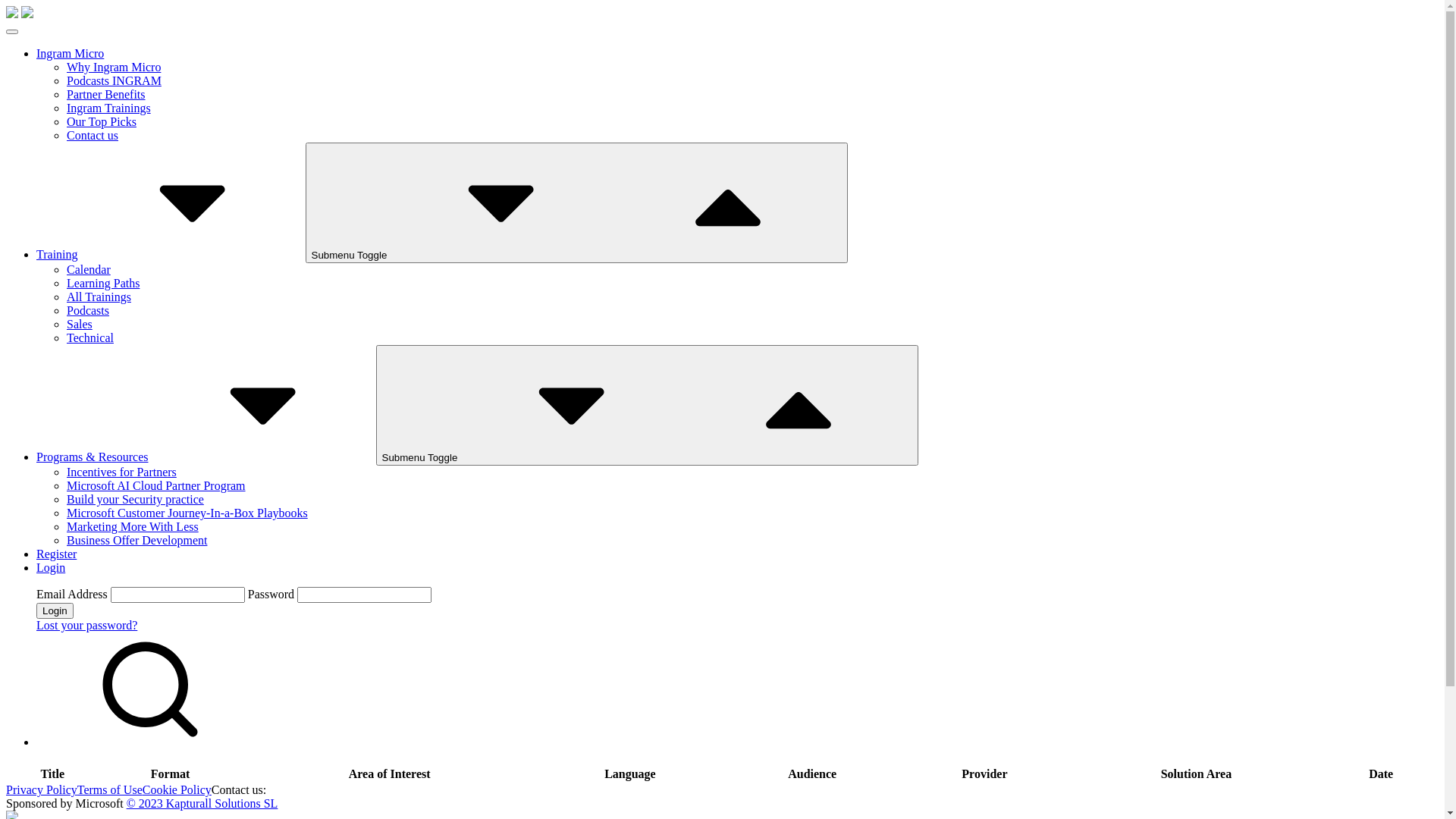 This screenshot has width=1456, height=819. What do you see at coordinates (156, 485) in the screenshot?
I see `'Microsoft AI Cloud Partner Program'` at bounding box center [156, 485].